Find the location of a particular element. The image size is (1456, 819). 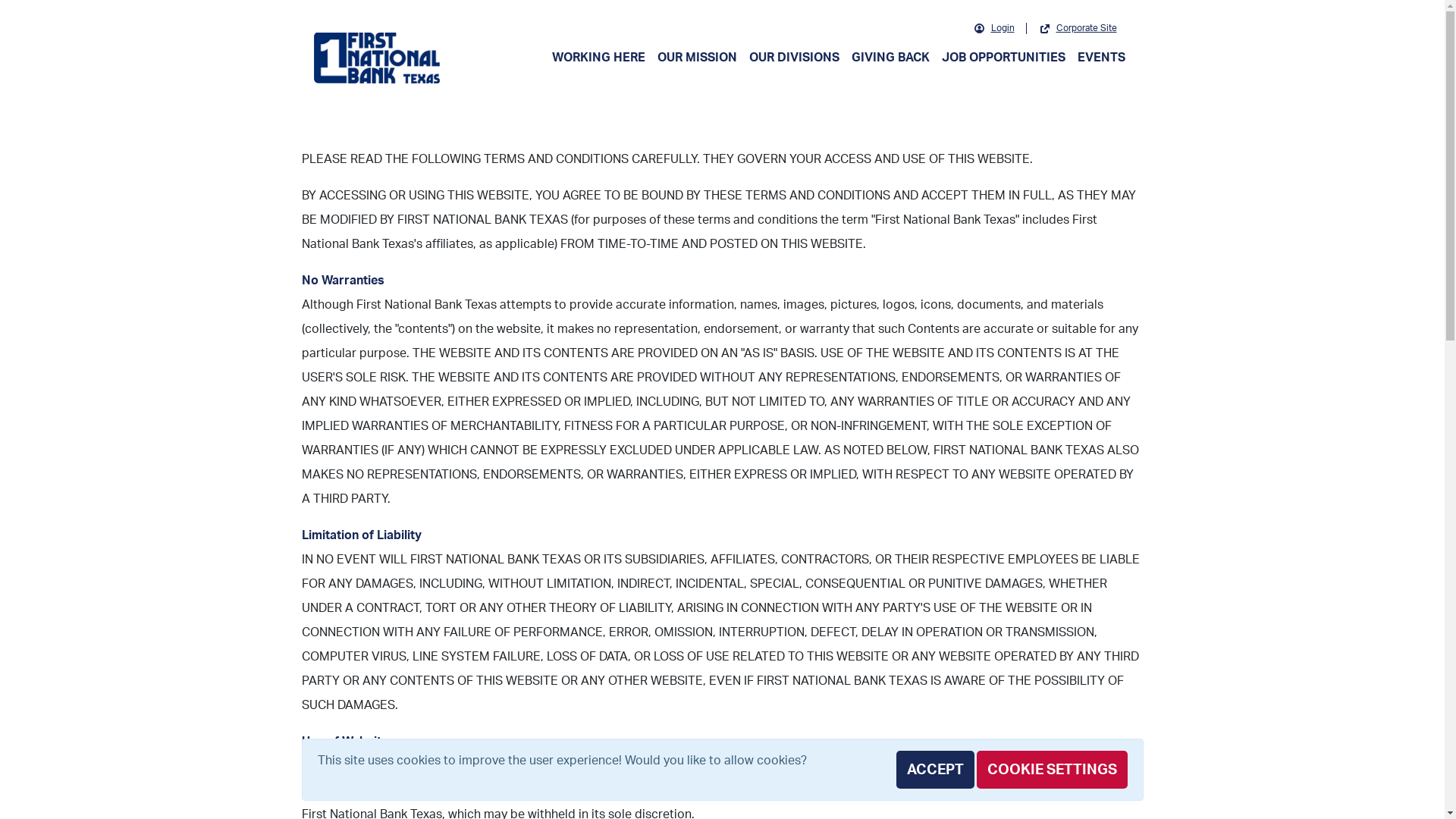

'Corporate Site' is located at coordinates (1077, 28).